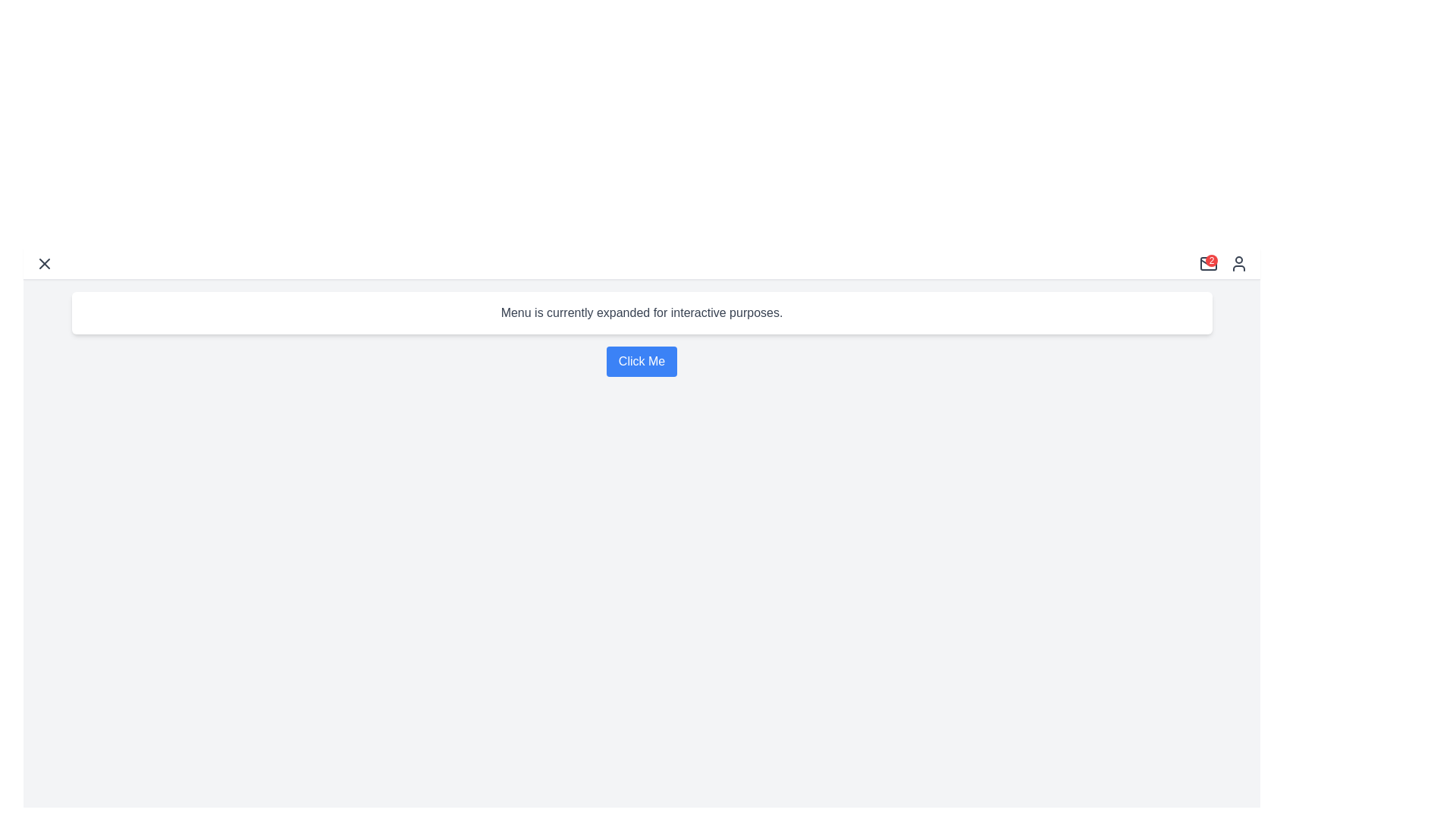  Describe the element at coordinates (44, 262) in the screenshot. I see `the close button icon, which is a small dark gray 'X' shape located at the upper left corner of the header navigation bar` at that location.